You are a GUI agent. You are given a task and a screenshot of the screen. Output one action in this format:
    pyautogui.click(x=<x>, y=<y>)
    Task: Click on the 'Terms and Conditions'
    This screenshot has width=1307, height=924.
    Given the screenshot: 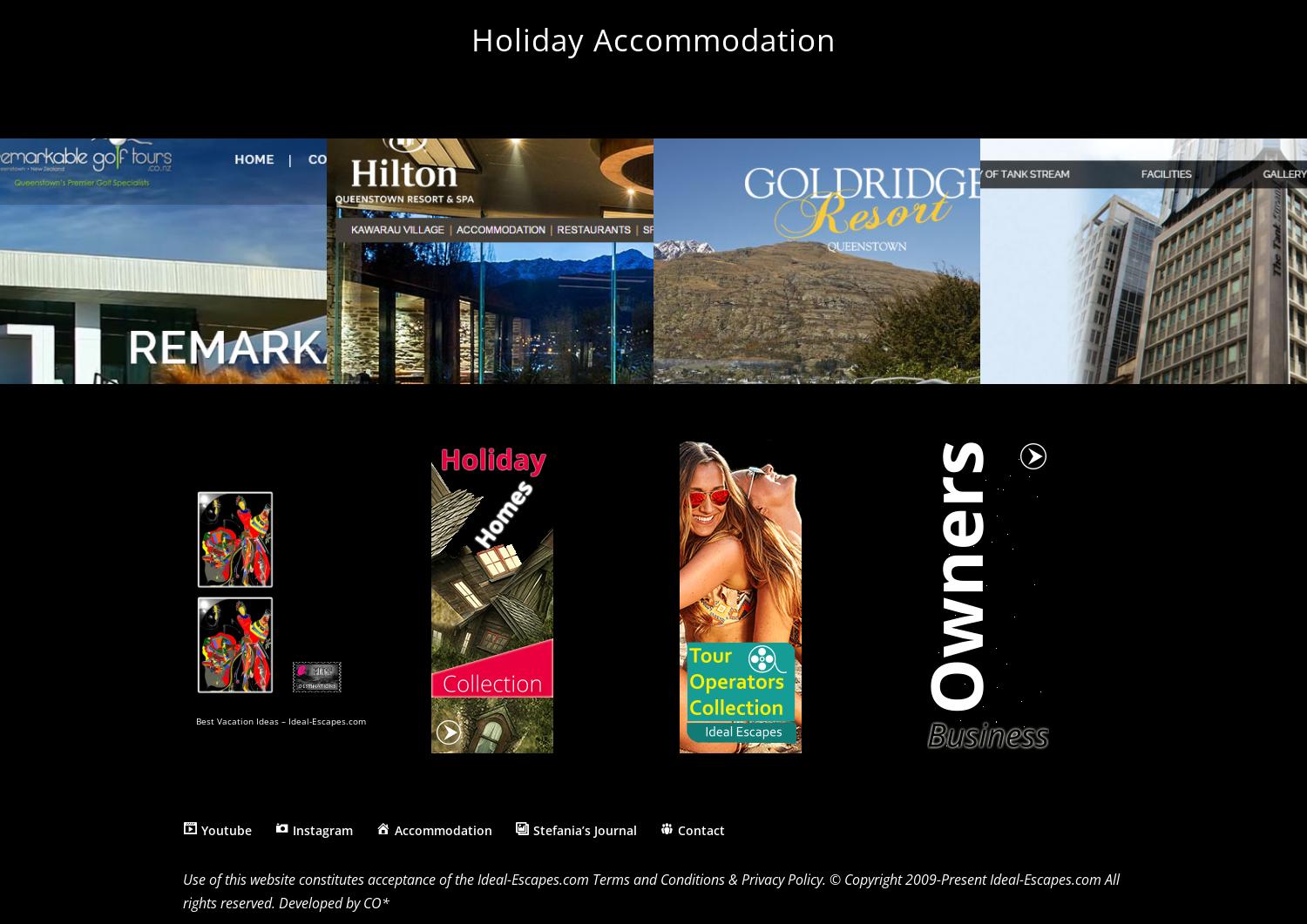 What is the action you would take?
    pyautogui.click(x=659, y=878)
    